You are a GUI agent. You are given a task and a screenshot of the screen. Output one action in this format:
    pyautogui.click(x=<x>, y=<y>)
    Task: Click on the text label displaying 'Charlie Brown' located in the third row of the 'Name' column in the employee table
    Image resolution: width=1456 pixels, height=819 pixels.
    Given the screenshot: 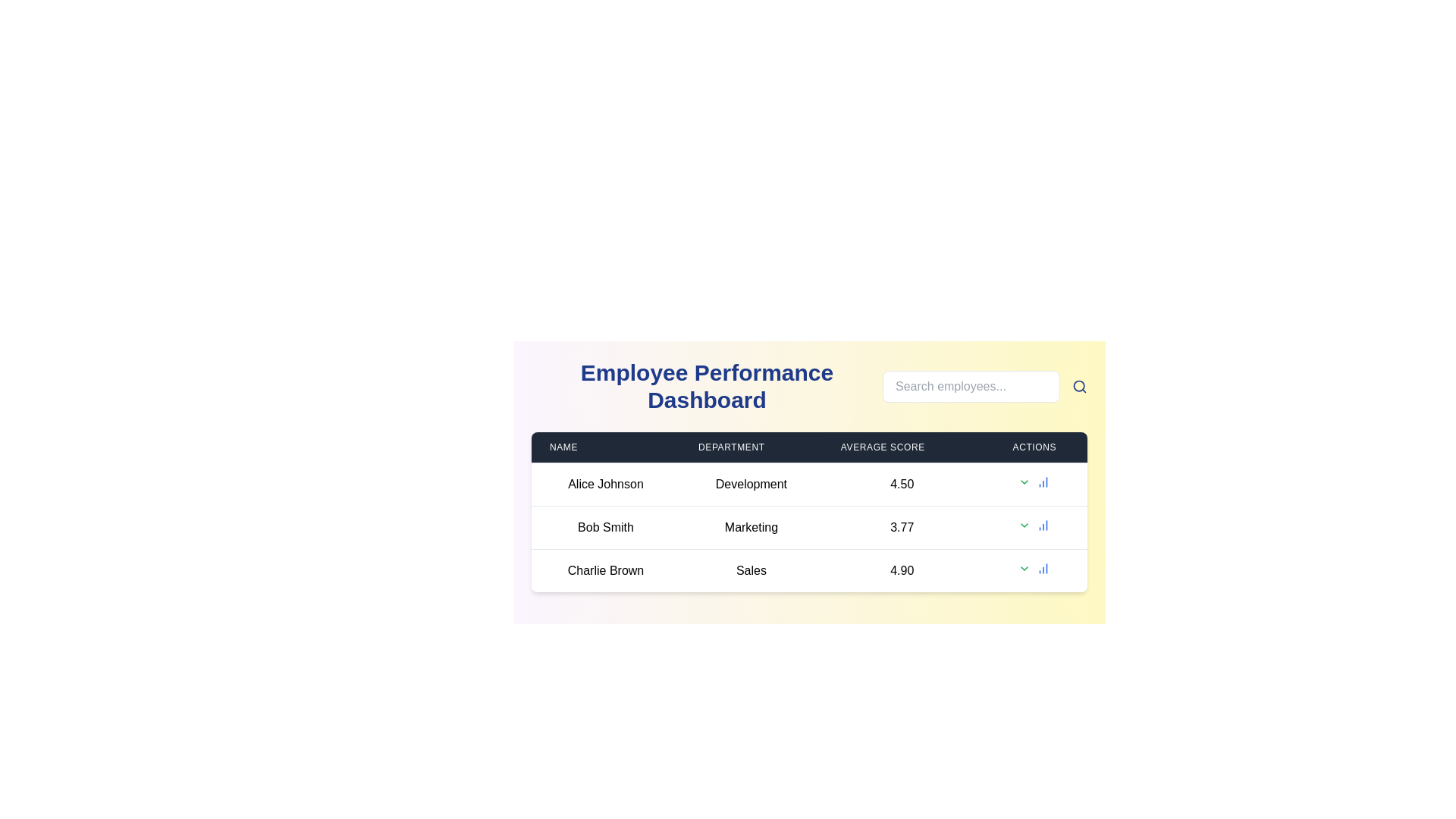 What is the action you would take?
    pyautogui.click(x=605, y=570)
    